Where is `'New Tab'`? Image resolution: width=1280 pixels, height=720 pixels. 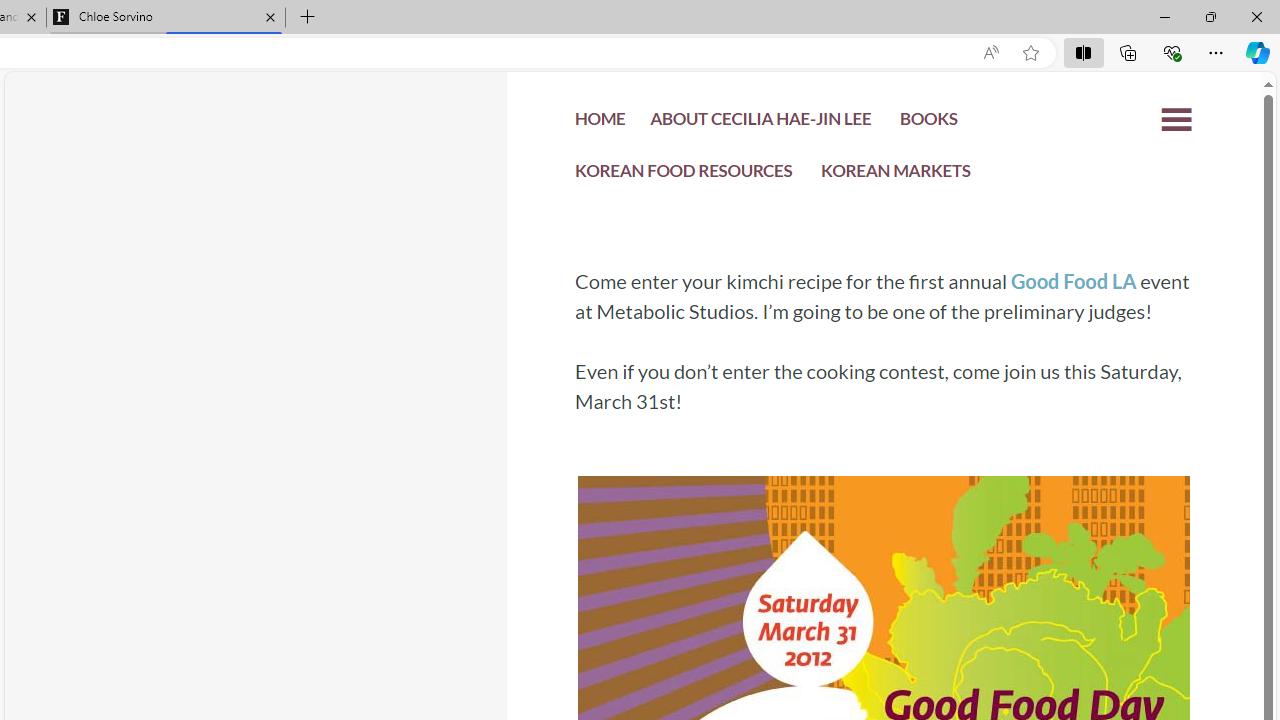 'New Tab' is located at coordinates (307, 17).